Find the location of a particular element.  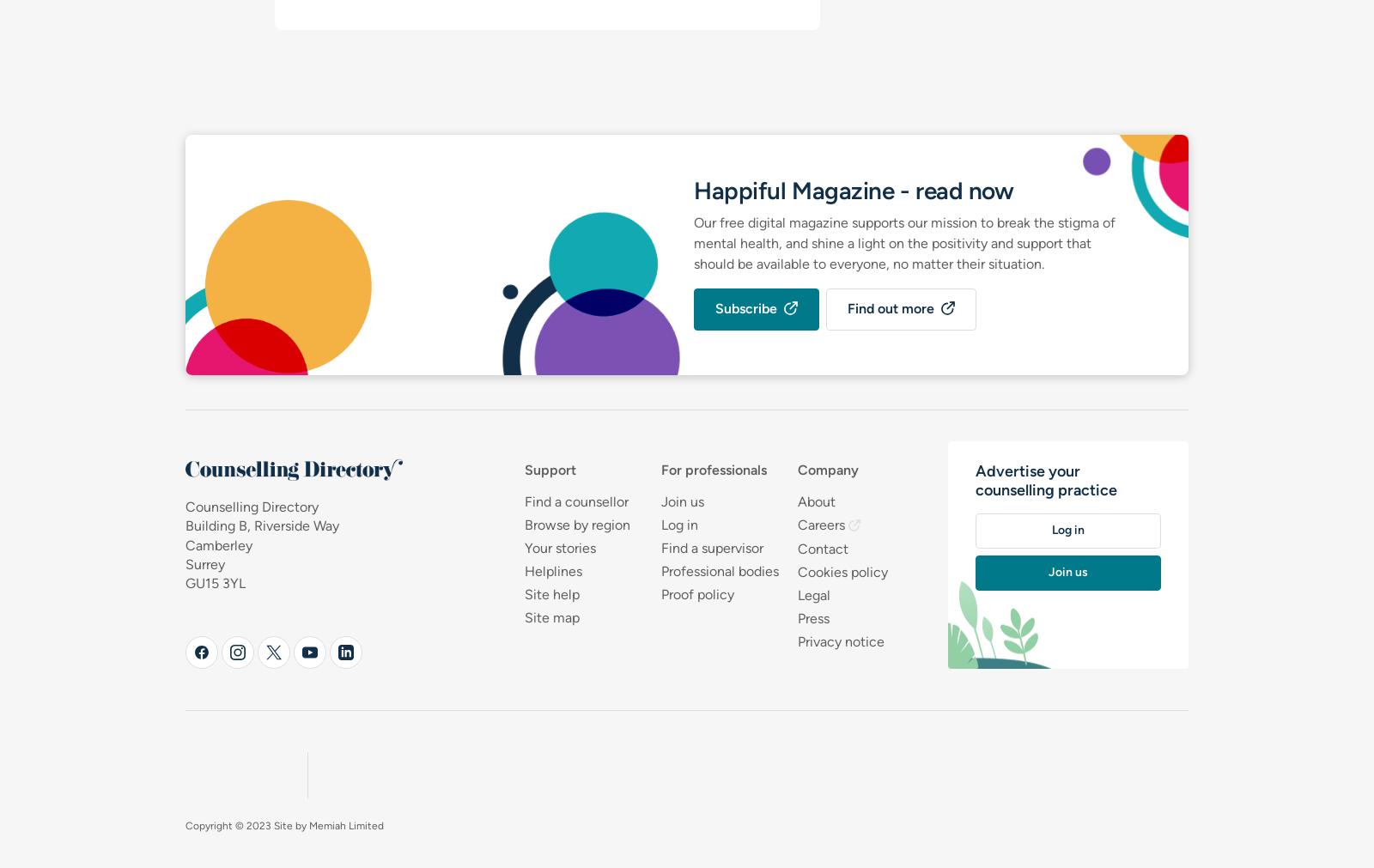

'Legal' is located at coordinates (812, 594).